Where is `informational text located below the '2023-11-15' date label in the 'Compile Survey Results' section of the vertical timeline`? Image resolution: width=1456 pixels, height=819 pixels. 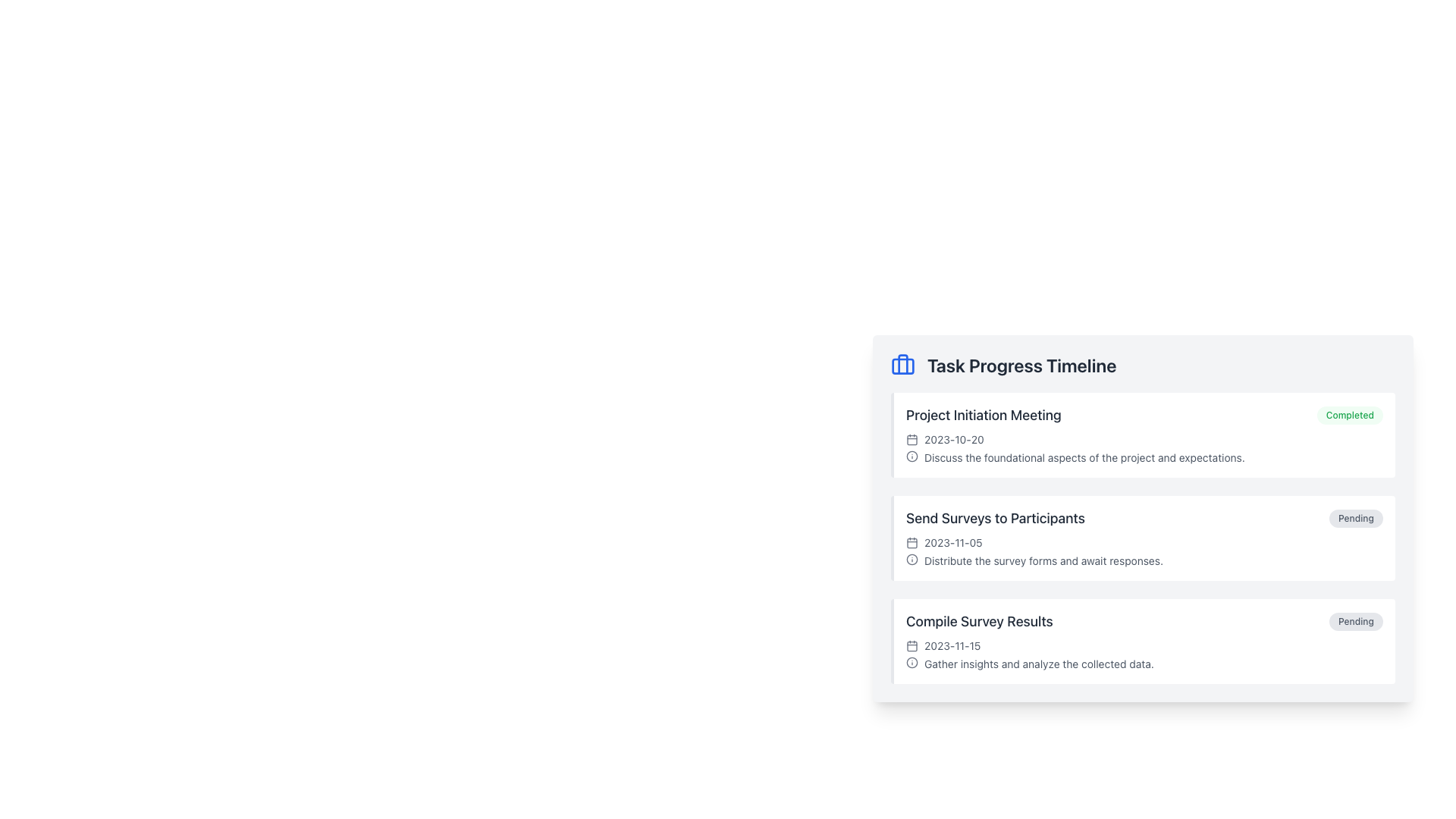 informational text located below the '2023-11-15' date label in the 'Compile Survey Results' section of the vertical timeline is located at coordinates (1144, 663).